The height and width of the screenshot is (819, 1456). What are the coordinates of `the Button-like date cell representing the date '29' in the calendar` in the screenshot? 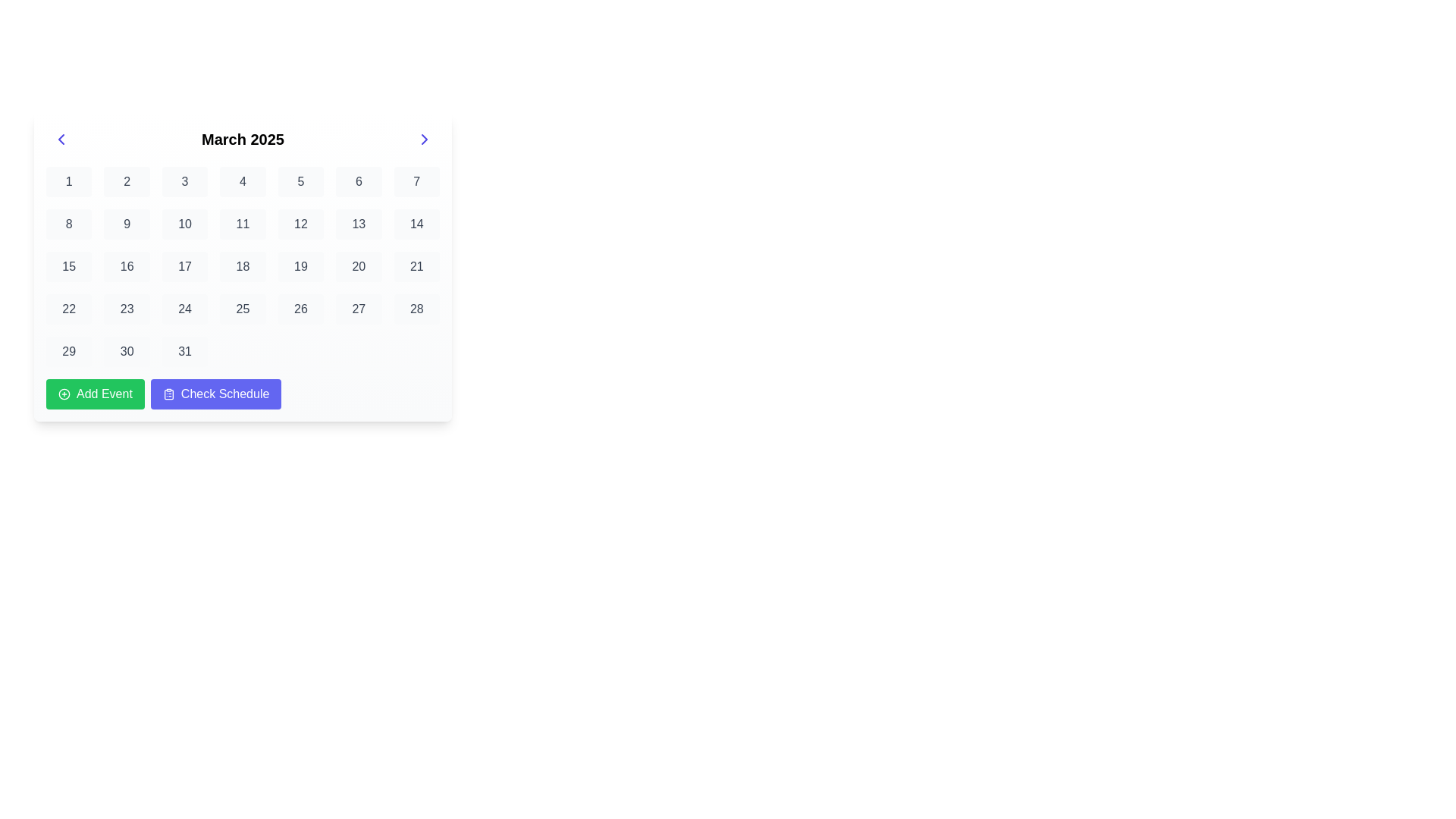 It's located at (68, 351).